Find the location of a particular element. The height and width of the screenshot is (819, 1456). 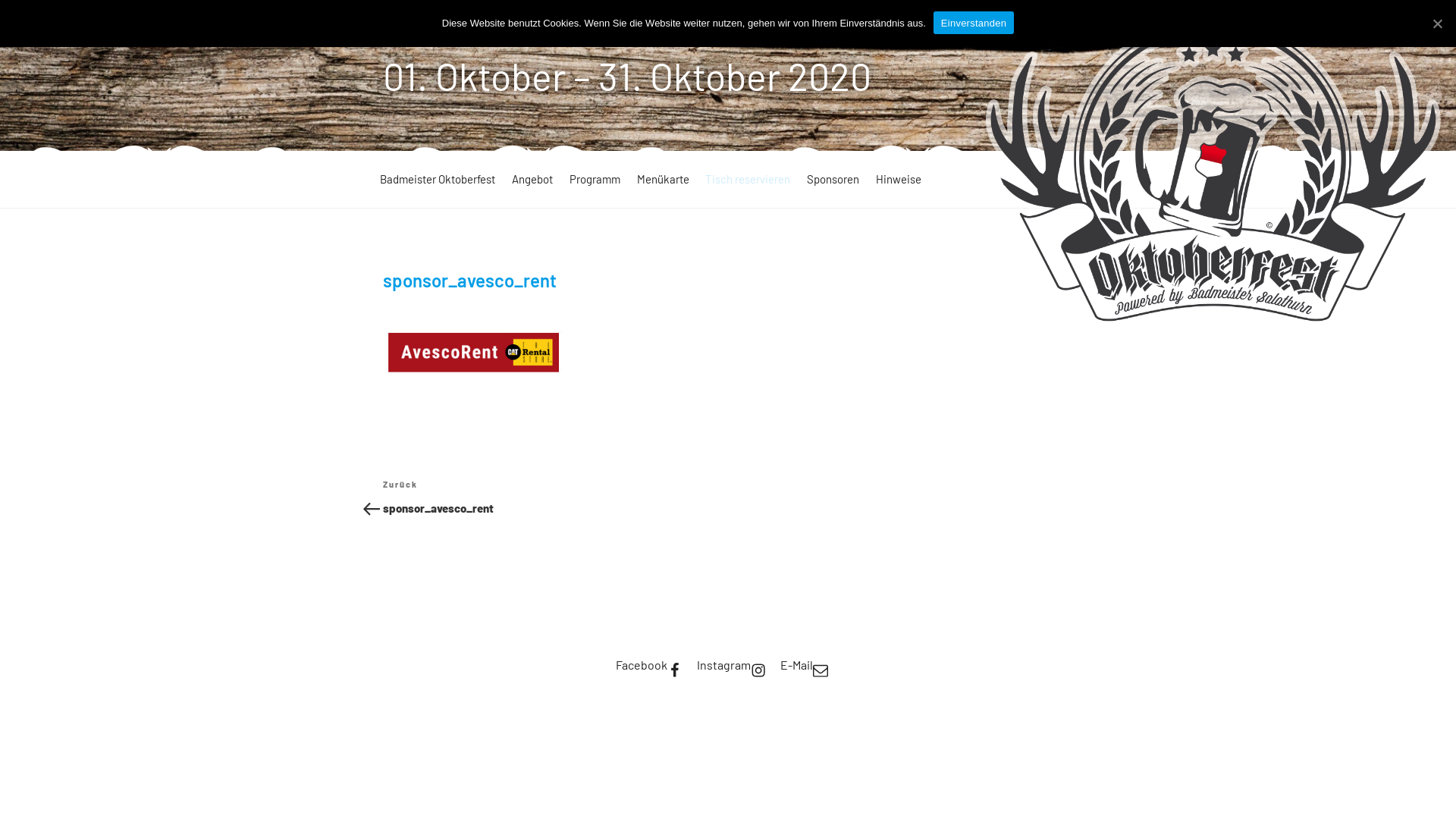

'Facebook' is located at coordinates (648, 664).